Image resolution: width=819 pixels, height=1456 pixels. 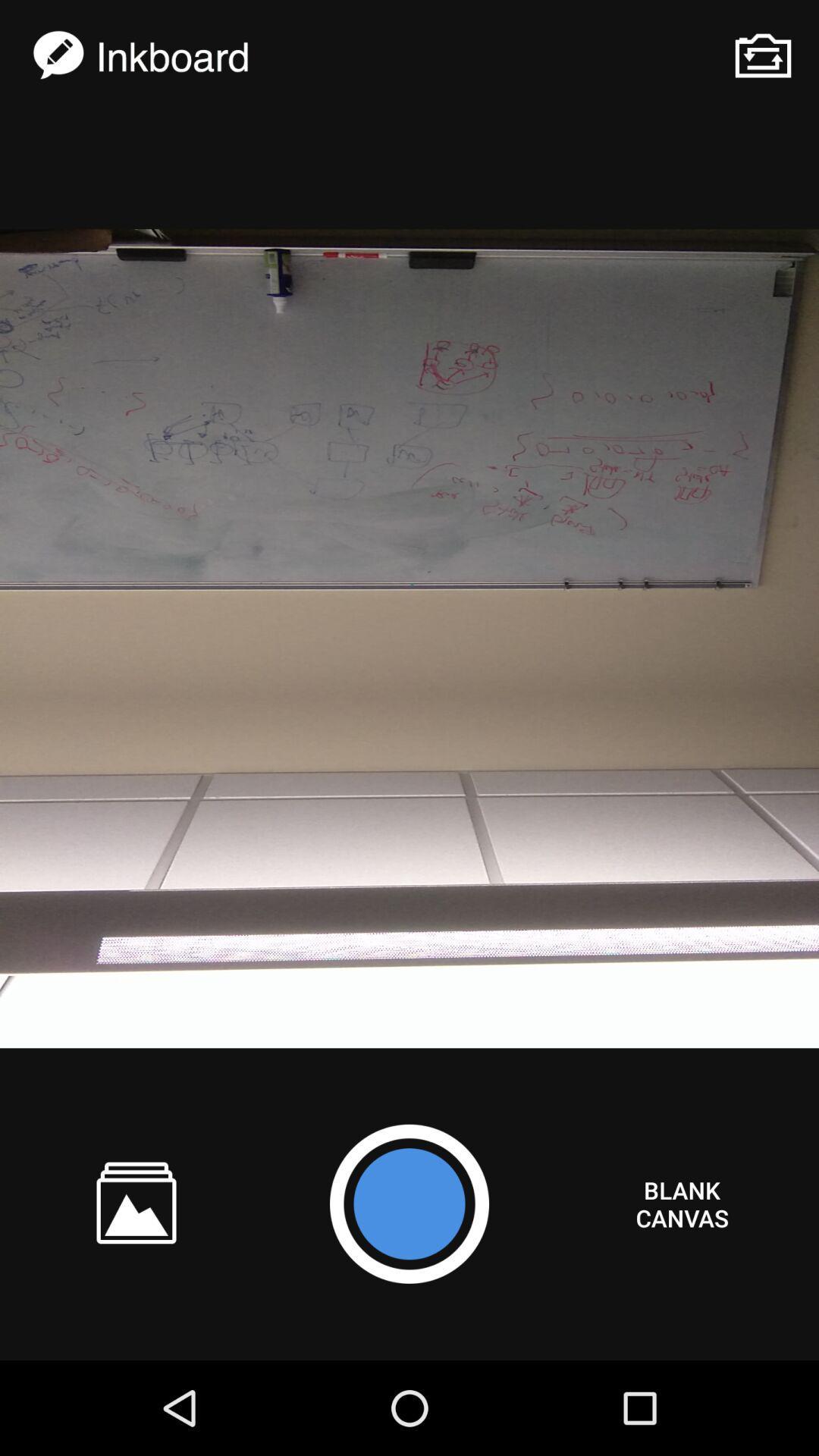 What do you see at coordinates (136, 1203) in the screenshot?
I see `the wallpaper icon` at bounding box center [136, 1203].